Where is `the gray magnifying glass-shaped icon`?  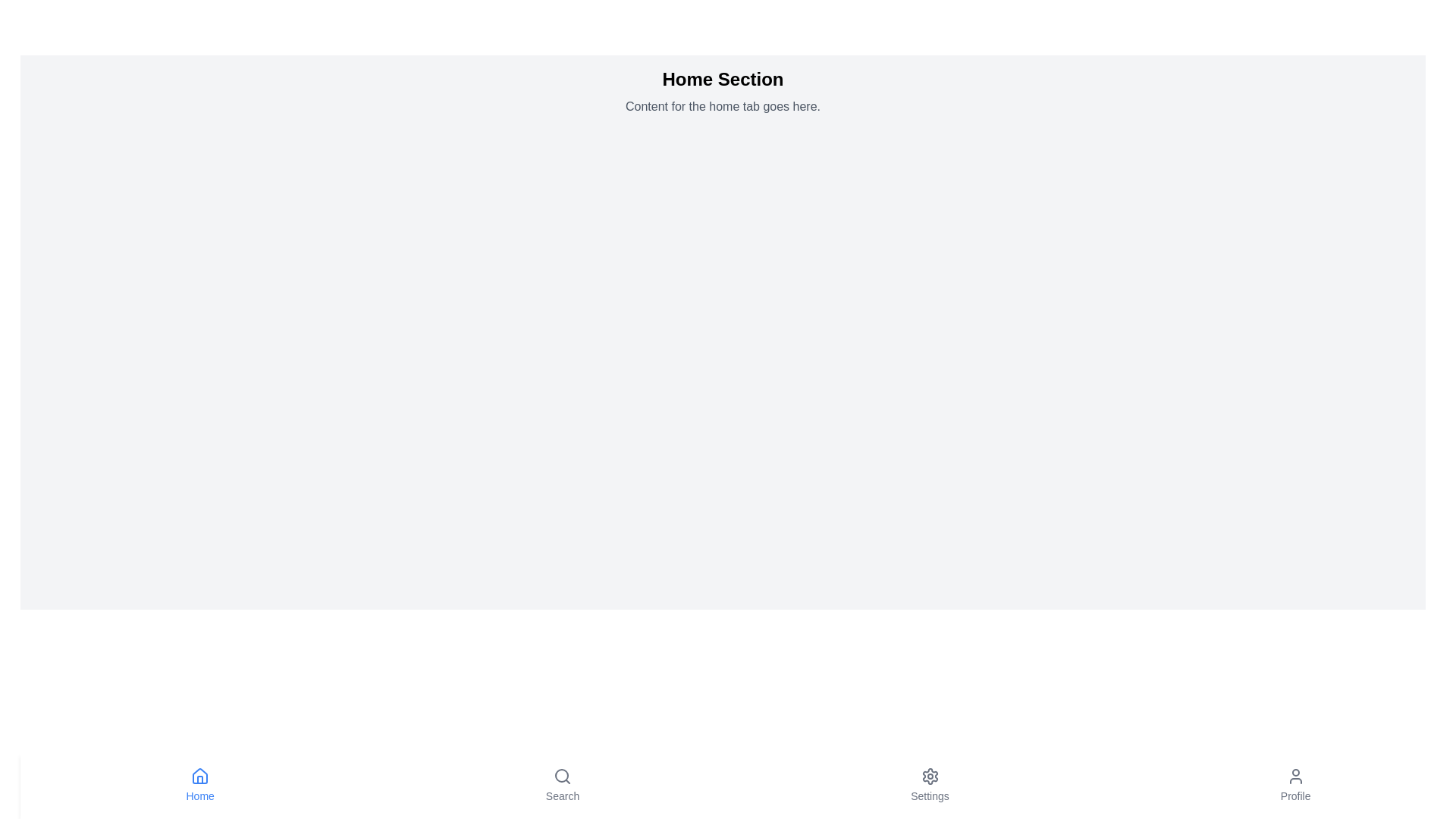
the gray magnifying glass-shaped icon is located at coordinates (562, 776).